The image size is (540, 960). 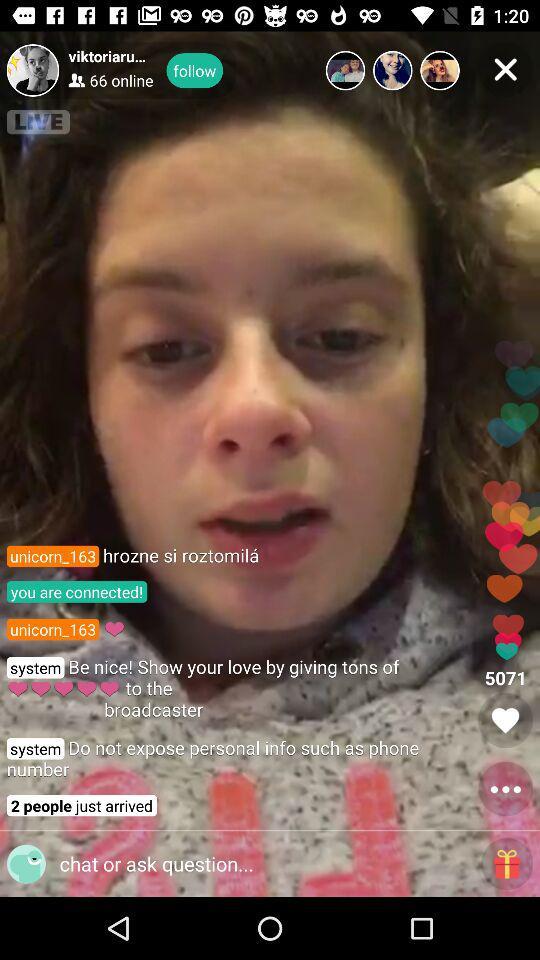 I want to click on the more icon, so click(x=504, y=789).